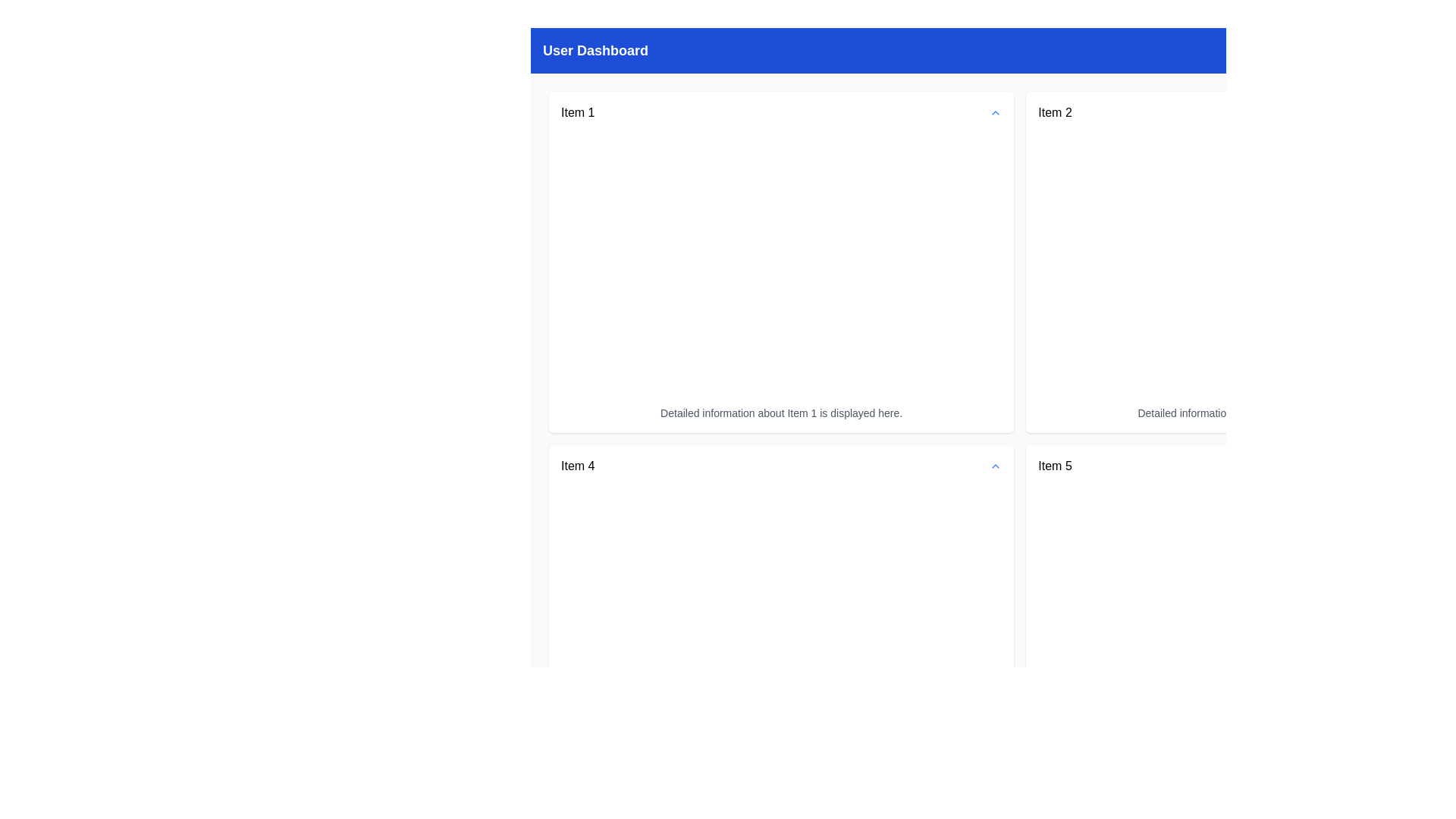 This screenshot has height=819, width=1456. Describe the element at coordinates (1054, 465) in the screenshot. I see `the text label displaying 'Item 5' in bold black font located in the right-bottom section of the layout` at that location.